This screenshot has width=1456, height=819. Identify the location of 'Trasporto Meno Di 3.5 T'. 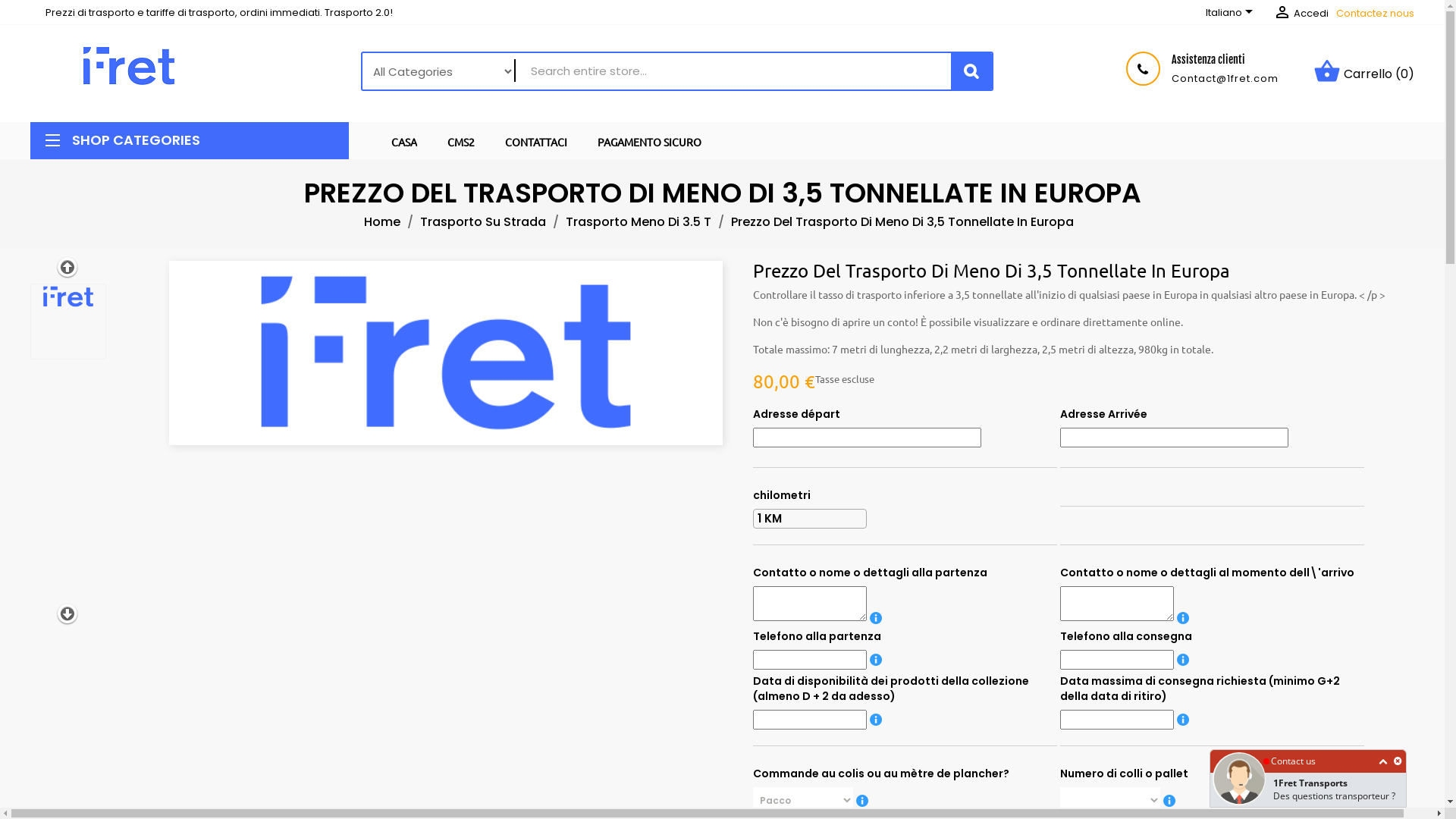
(640, 221).